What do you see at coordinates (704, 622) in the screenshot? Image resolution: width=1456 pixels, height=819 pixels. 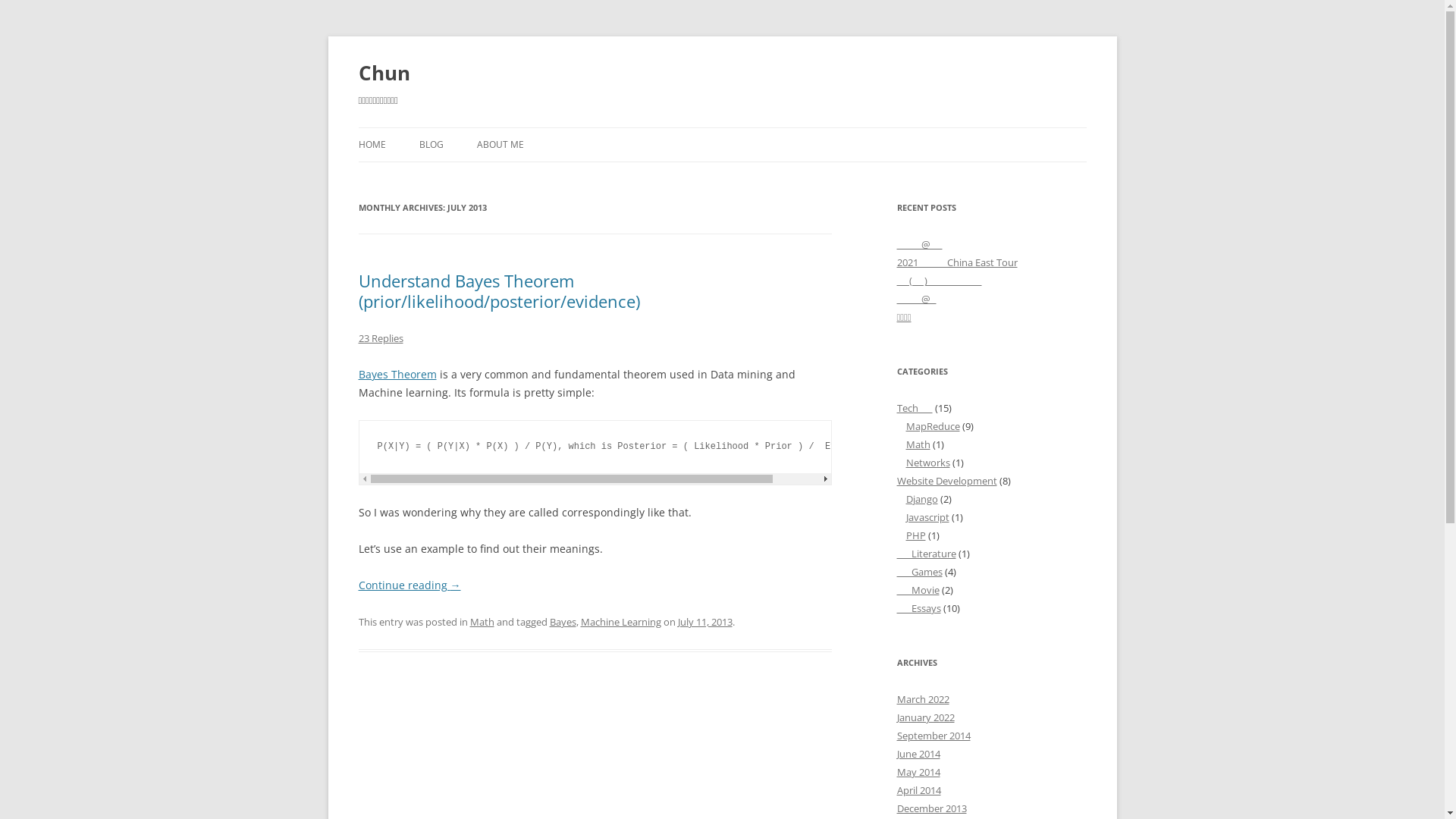 I see `'July 11, 2013'` at bounding box center [704, 622].